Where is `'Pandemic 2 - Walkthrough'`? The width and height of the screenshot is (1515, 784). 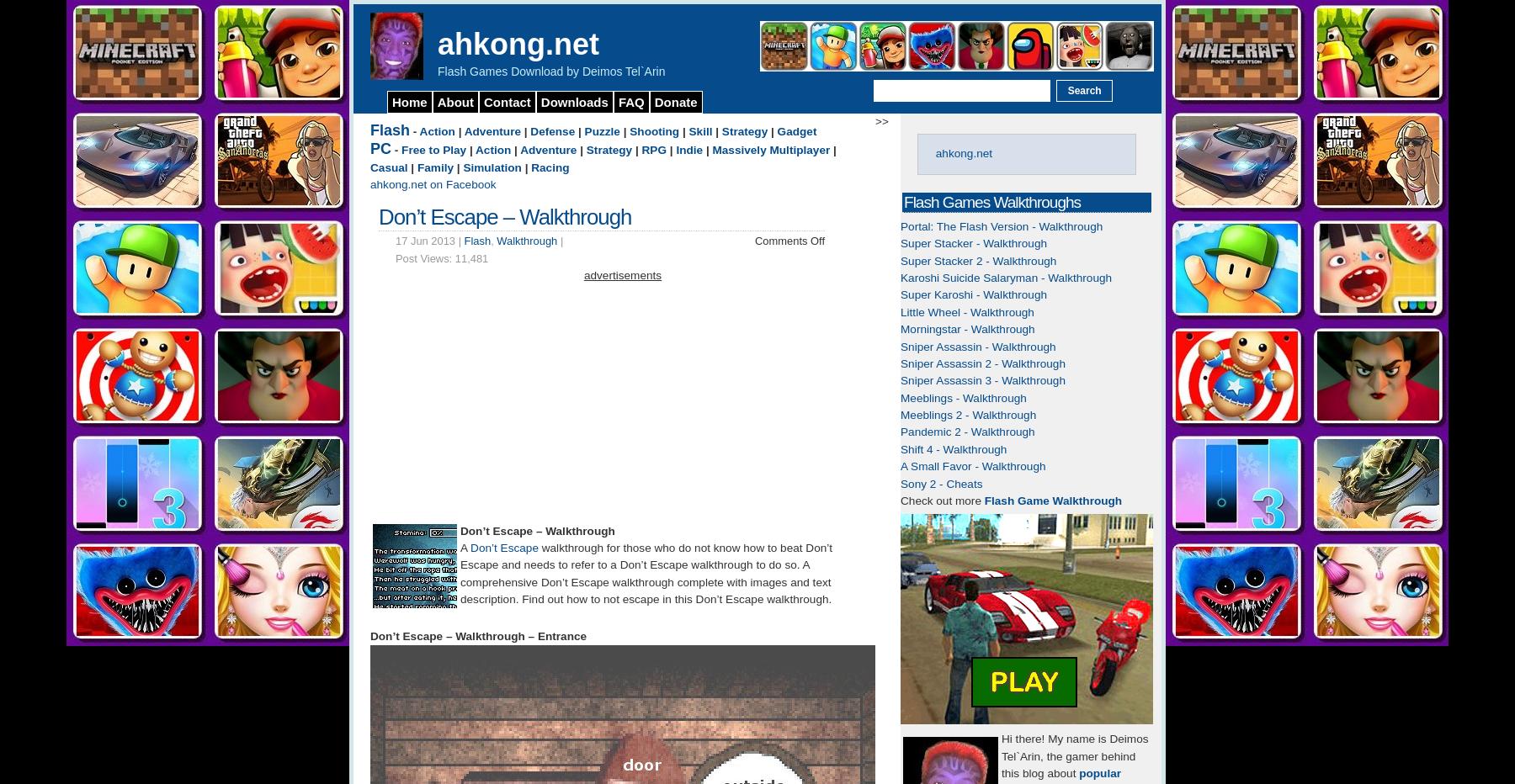
'Pandemic 2 - Walkthrough' is located at coordinates (900, 431).